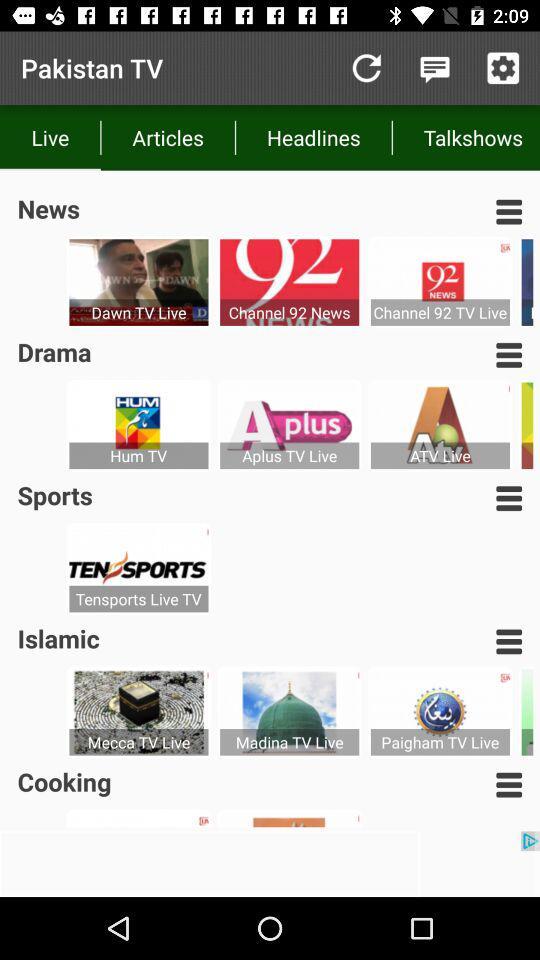 Image resolution: width=540 pixels, height=960 pixels. I want to click on slick on reload symbol, so click(365, 68).